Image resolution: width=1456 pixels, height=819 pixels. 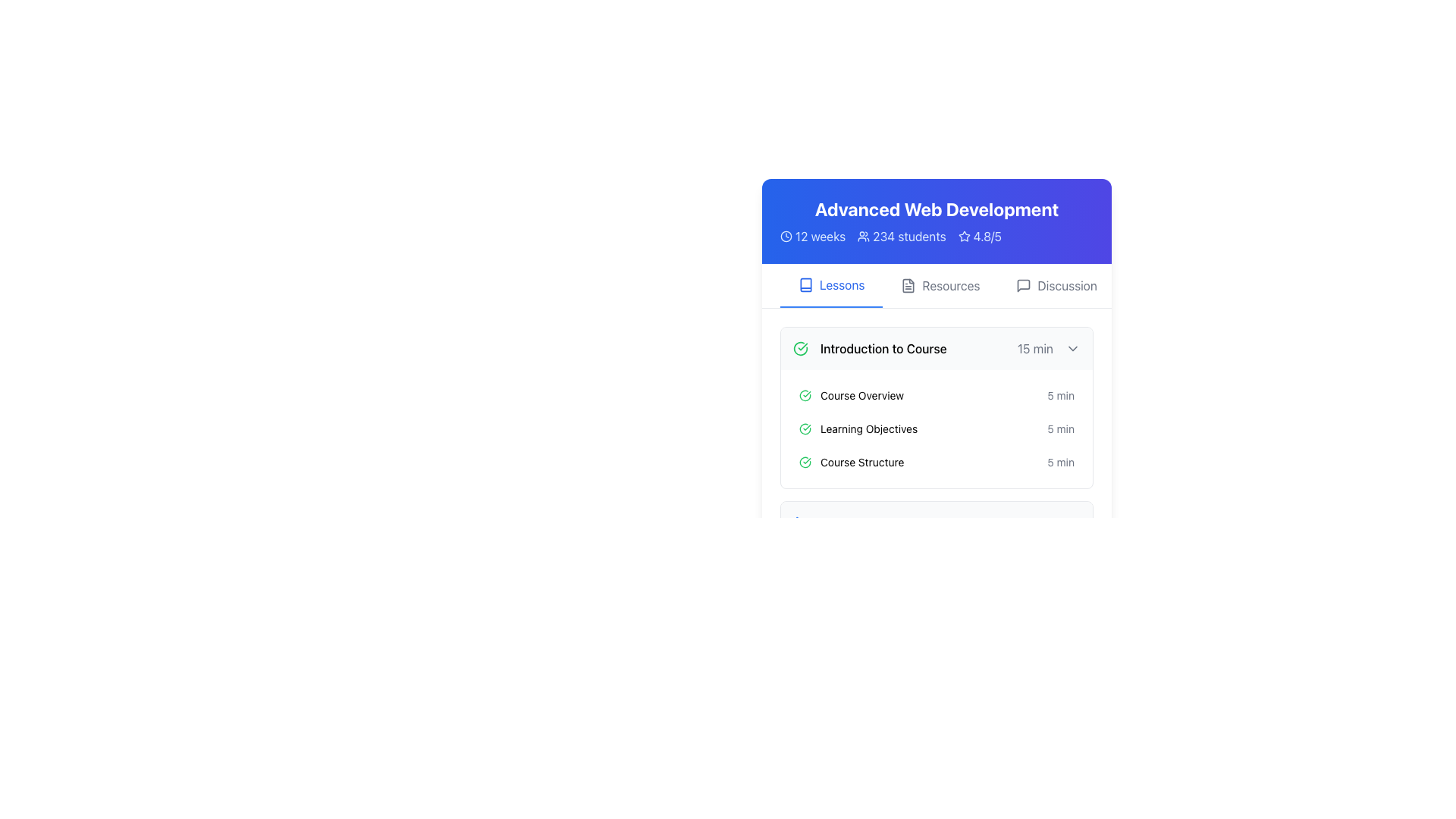 What do you see at coordinates (883, 348) in the screenshot?
I see `the Text Display element that shows 'Introduction to Course' in bold font, located next to a green check icon` at bounding box center [883, 348].